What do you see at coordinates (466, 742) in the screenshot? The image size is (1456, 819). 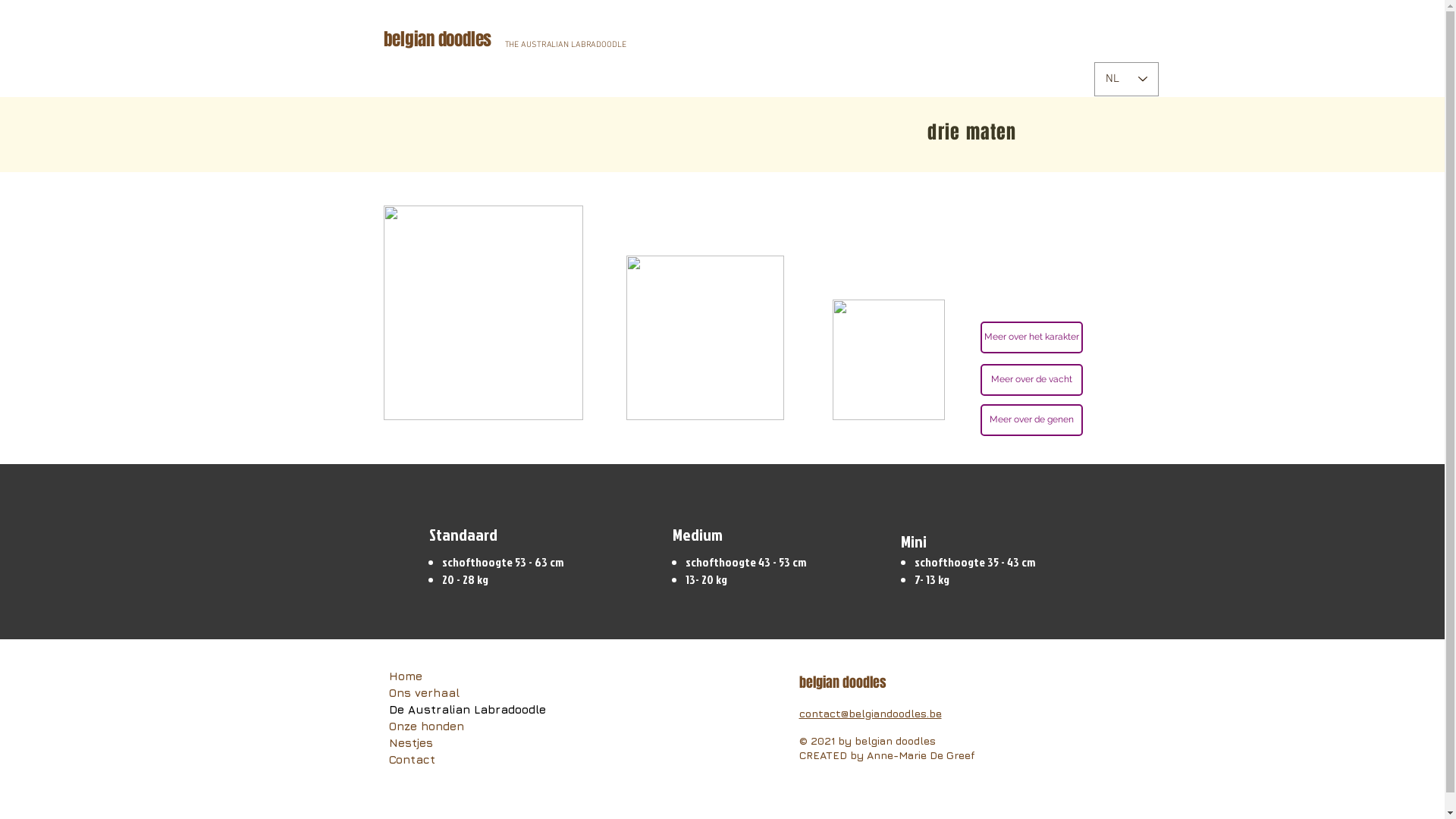 I see `'Nestjes'` at bounding box center [466, 742].